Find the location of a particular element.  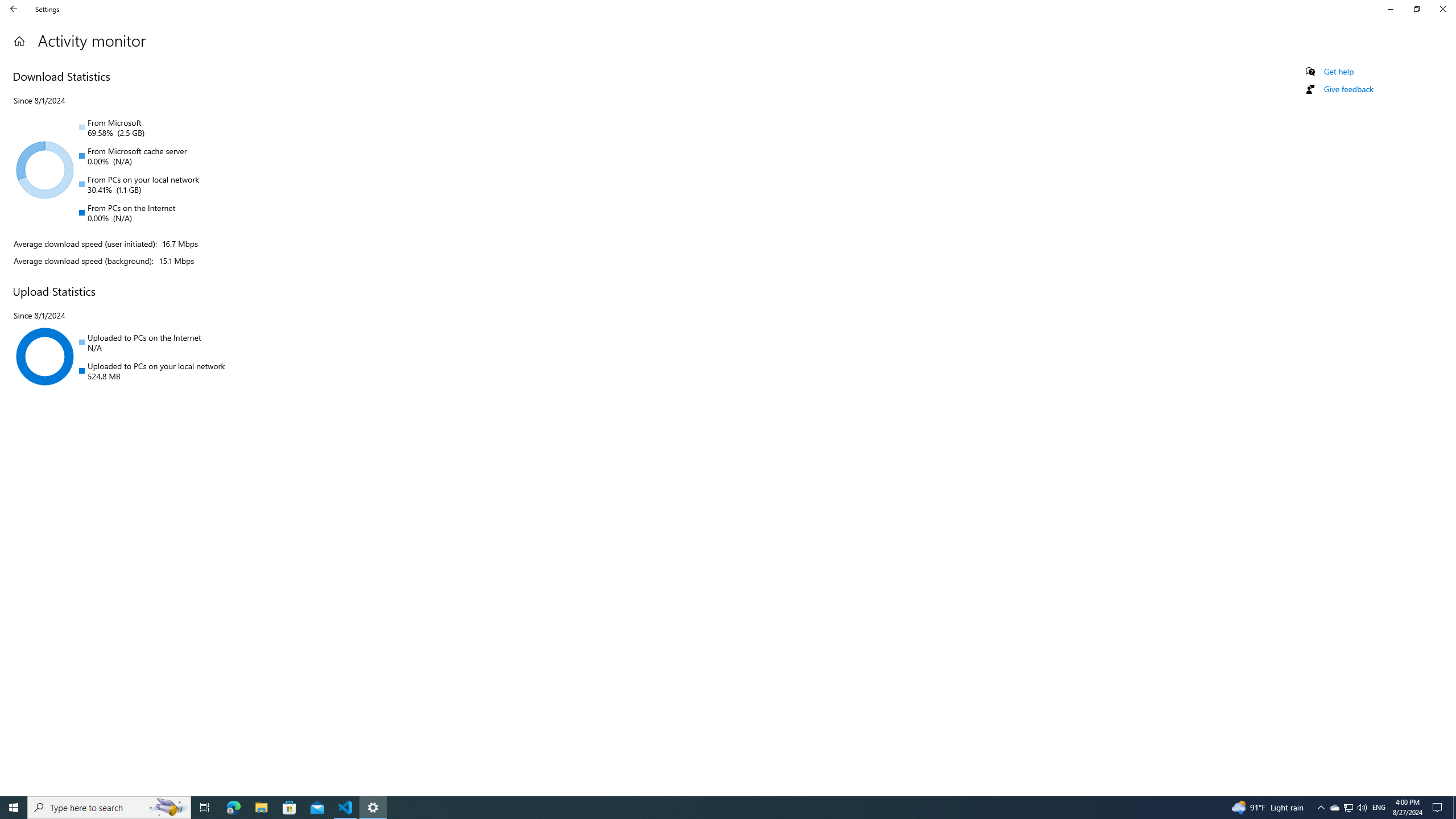

'Get help' is located at coordinates (1338, 71).